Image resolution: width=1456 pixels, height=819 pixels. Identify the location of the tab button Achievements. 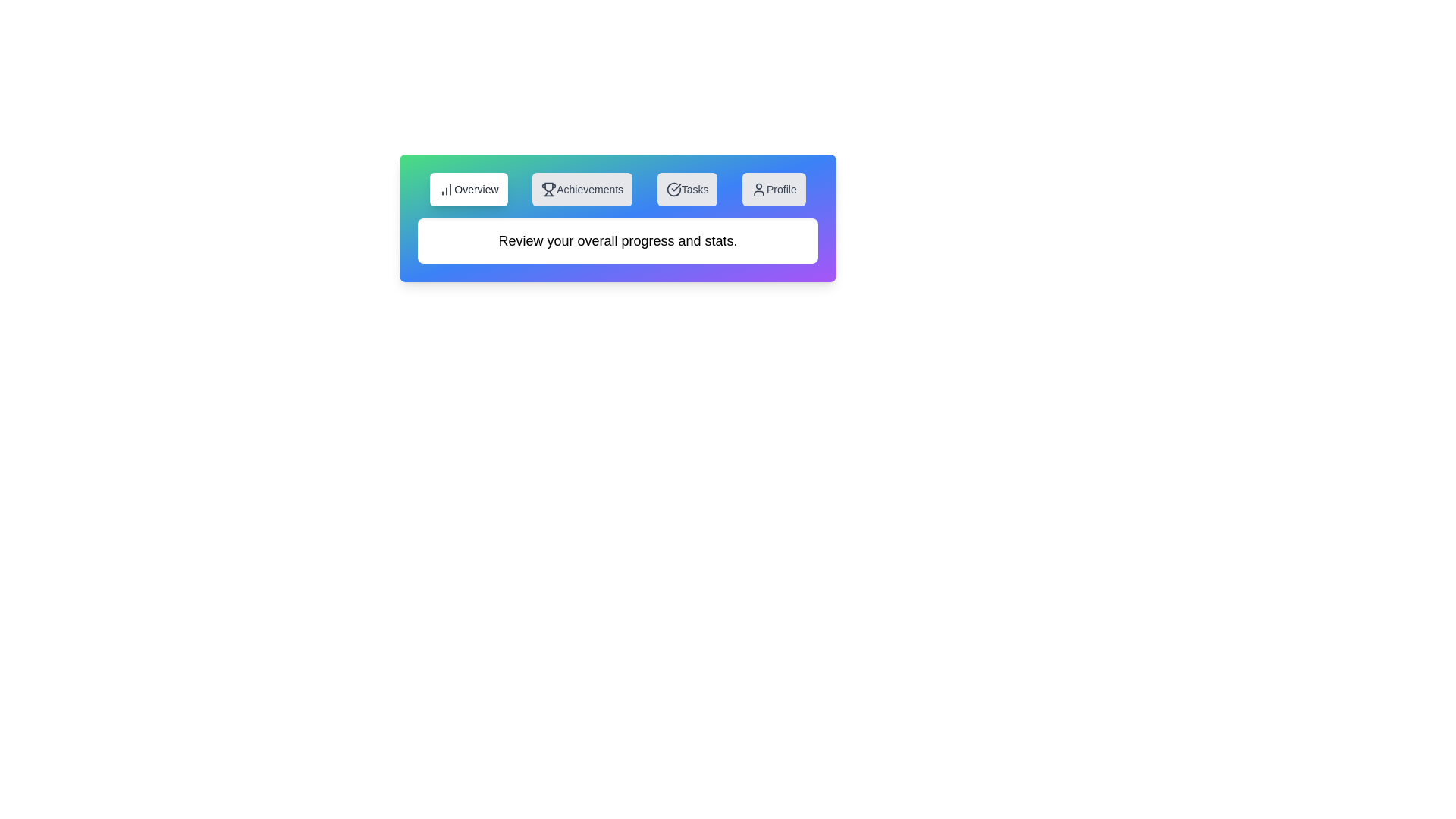
(582, 189).